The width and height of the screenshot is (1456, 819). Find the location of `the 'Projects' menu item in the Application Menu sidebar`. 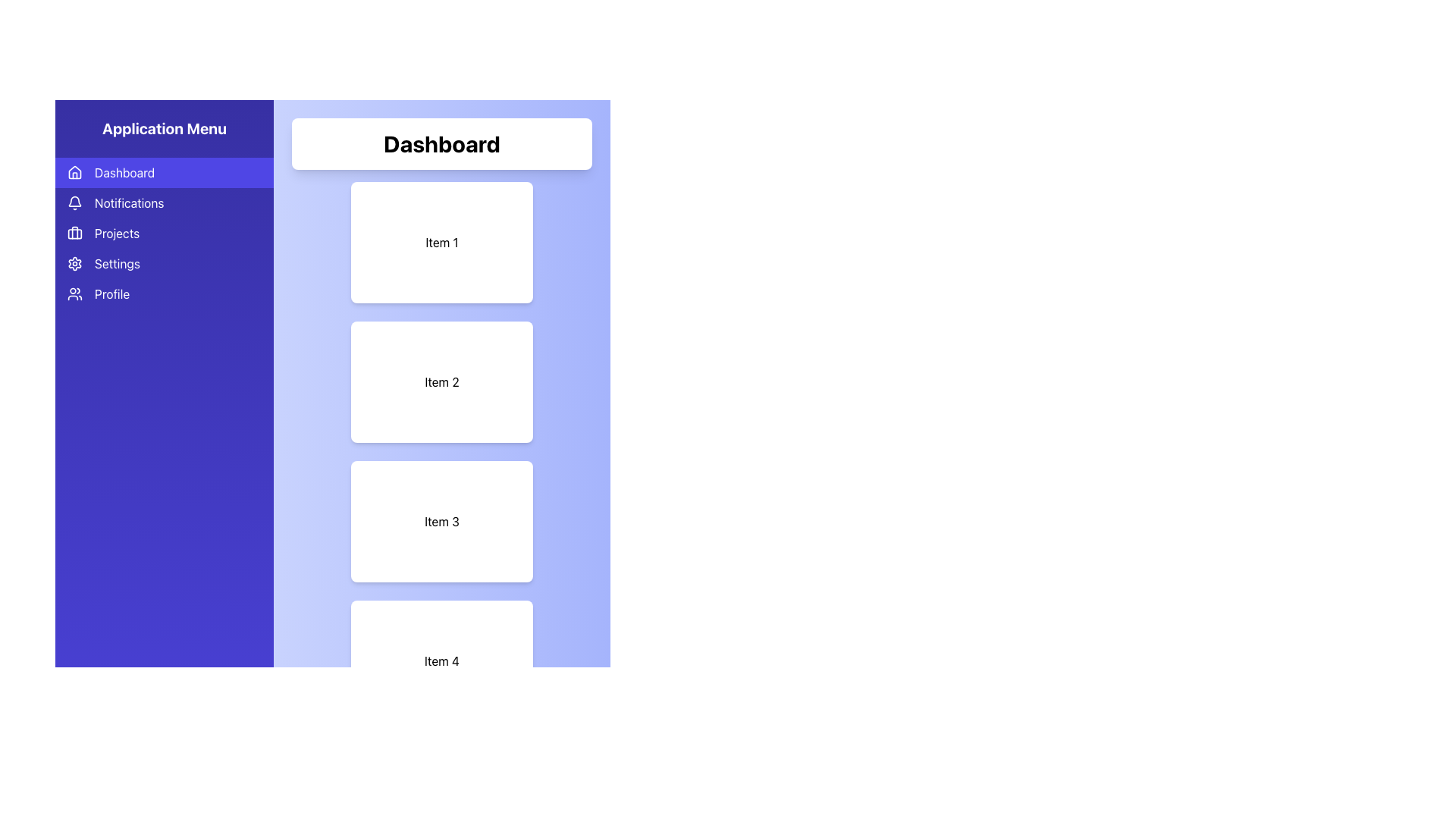

the 'Projects' menu item in the Application Menu sidebar is located at coordinates (164, 234).